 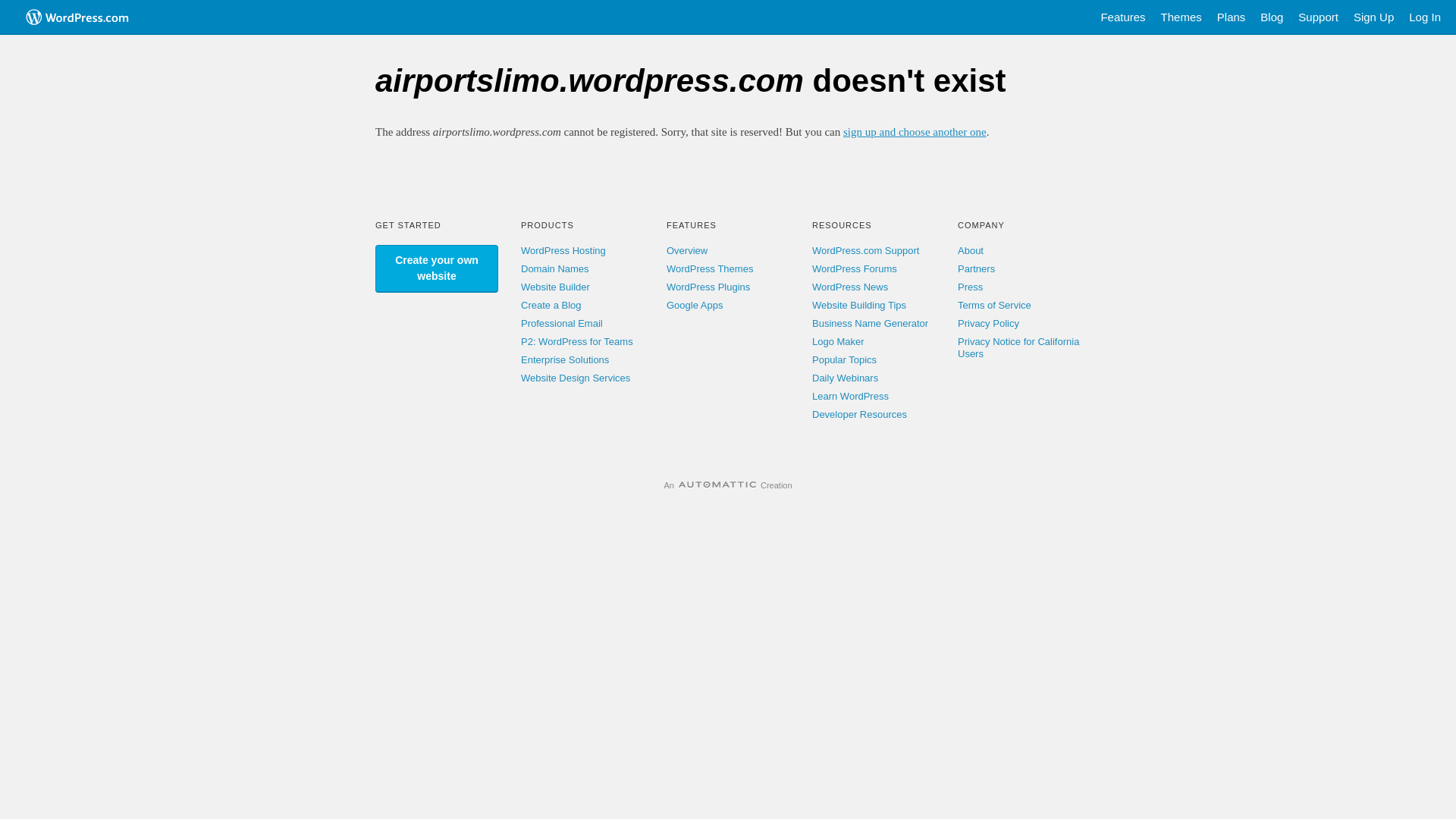 What do you see at coordinates (844, 377) in the screenshot?
I see `'Daily Webinars'` at bounding box center [844, 377].